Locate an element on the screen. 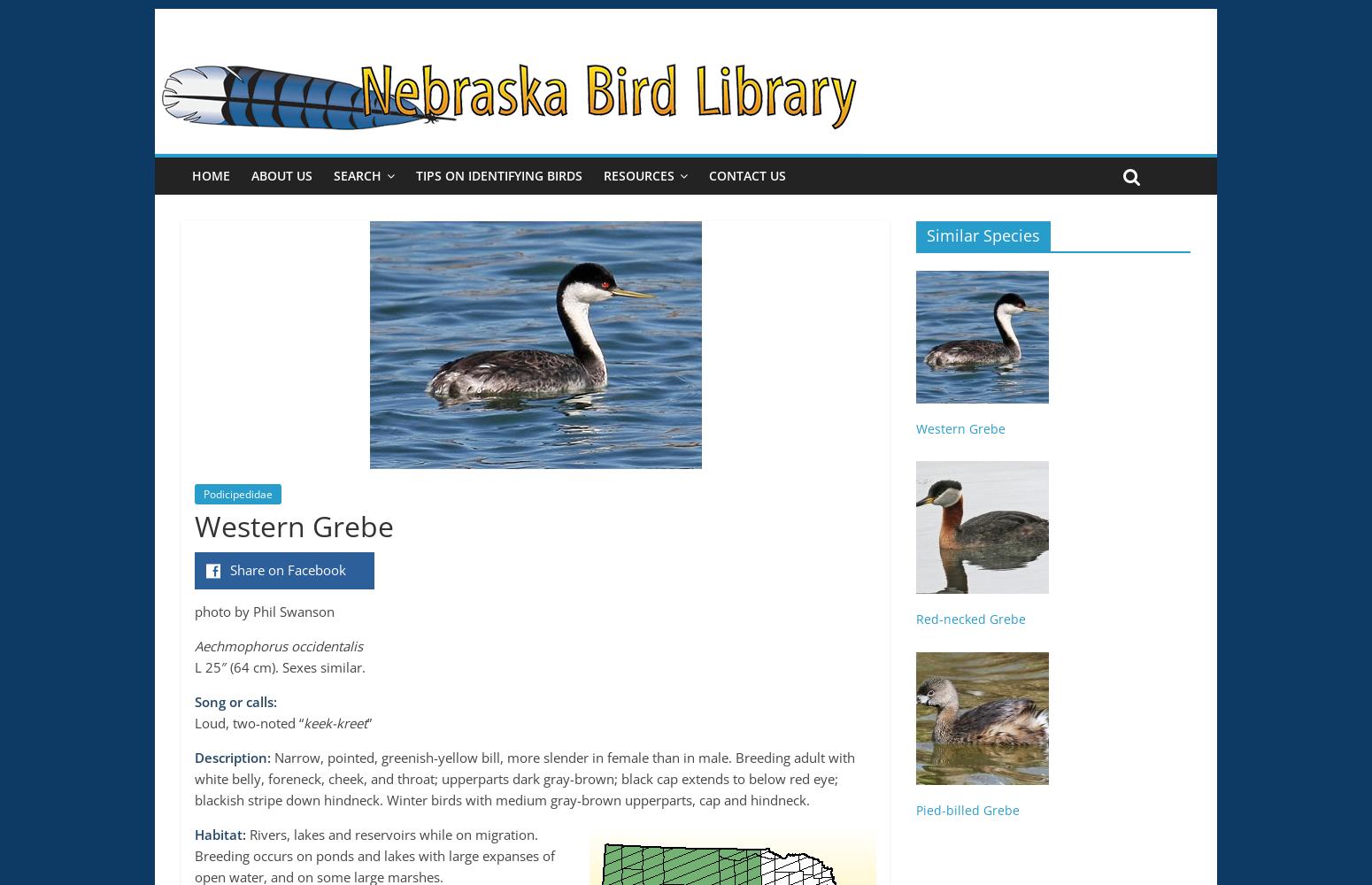 The width and height of the screenshot is (1372, 885). 'keek-kreet' is located at coordinates (334, 722).